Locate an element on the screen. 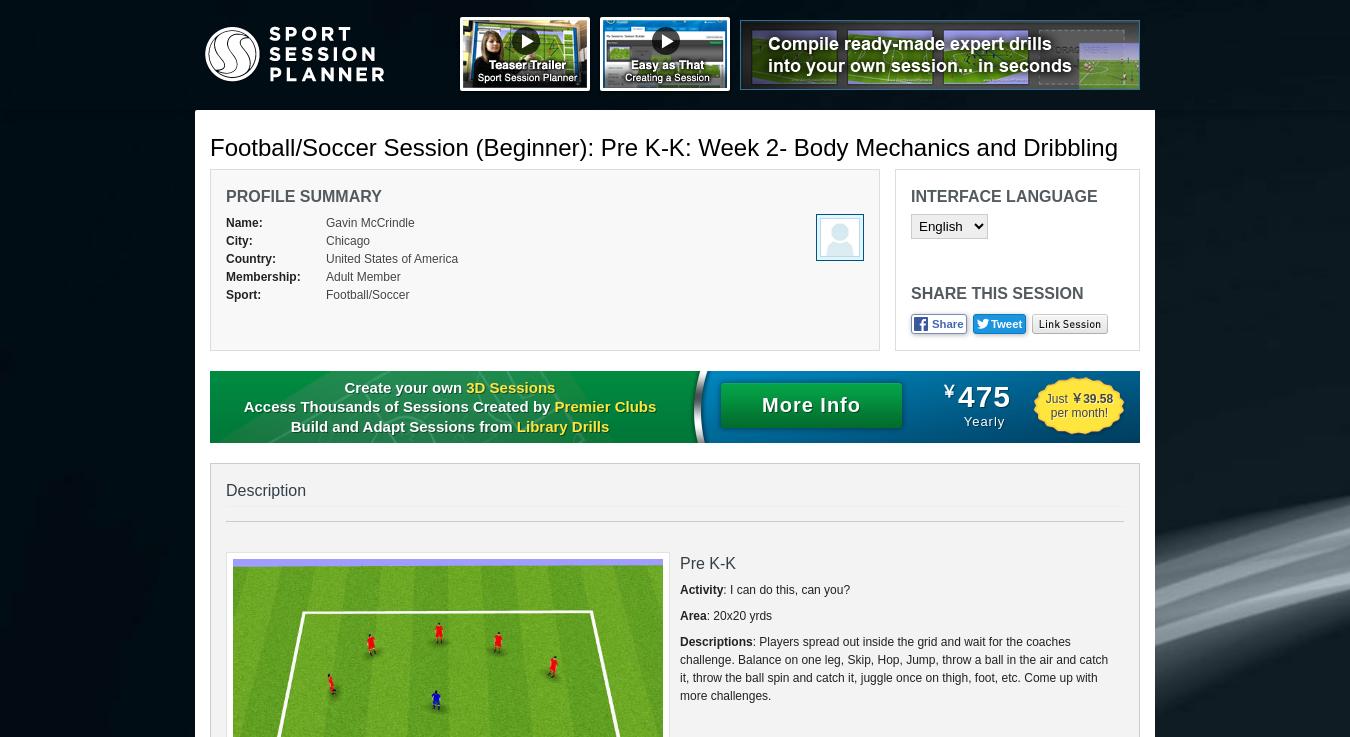 The height and width of the screenshot is (737, 1350). ': 20x20 yrds' is located at coordinates (737, 615).